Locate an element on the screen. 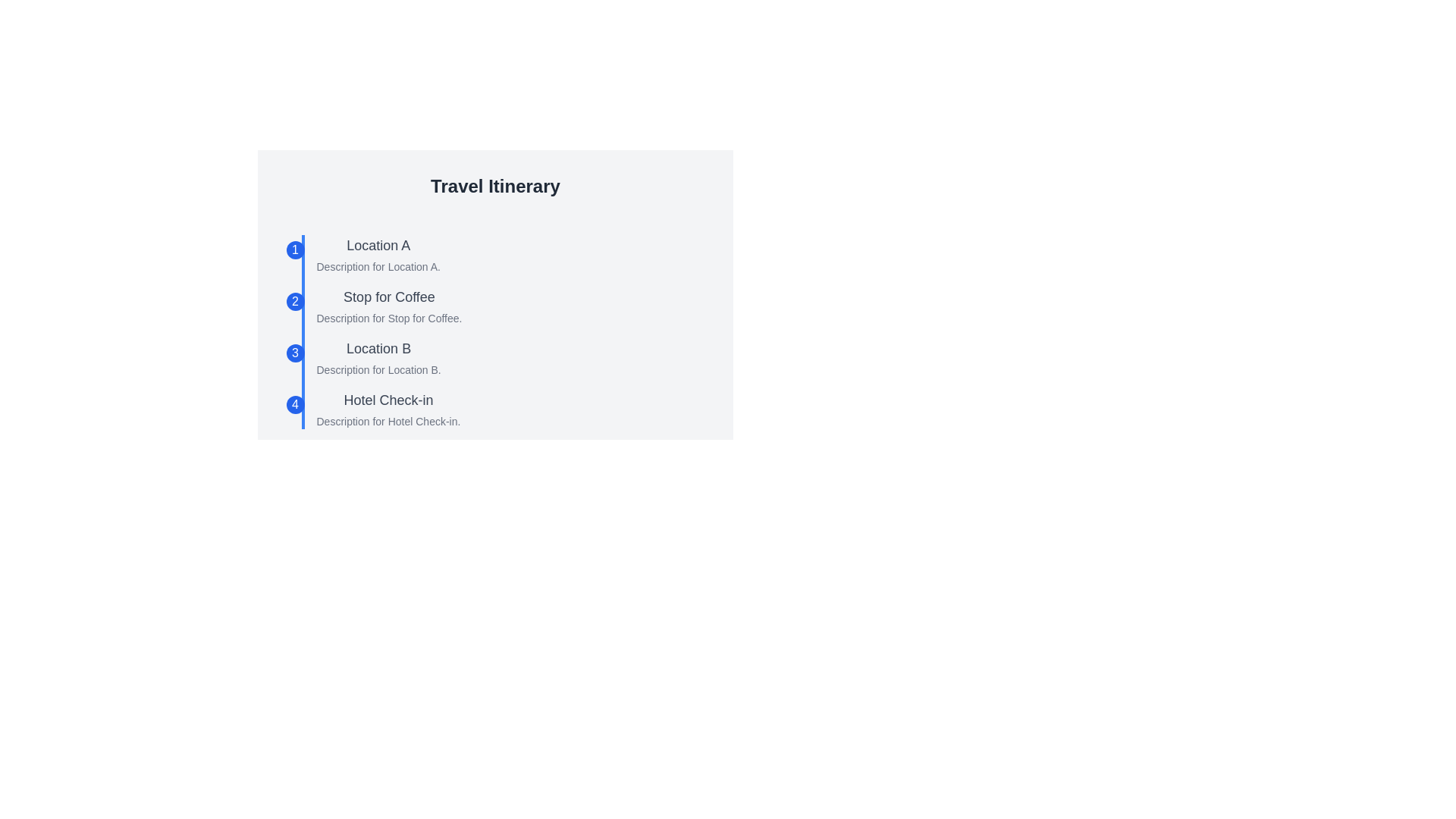 The height and width of the screenshot is (819, 1456). the third Step Indicator Badge located to the left of the text 'Location B' in a vertical list of items is located at coordinates (295, 353).